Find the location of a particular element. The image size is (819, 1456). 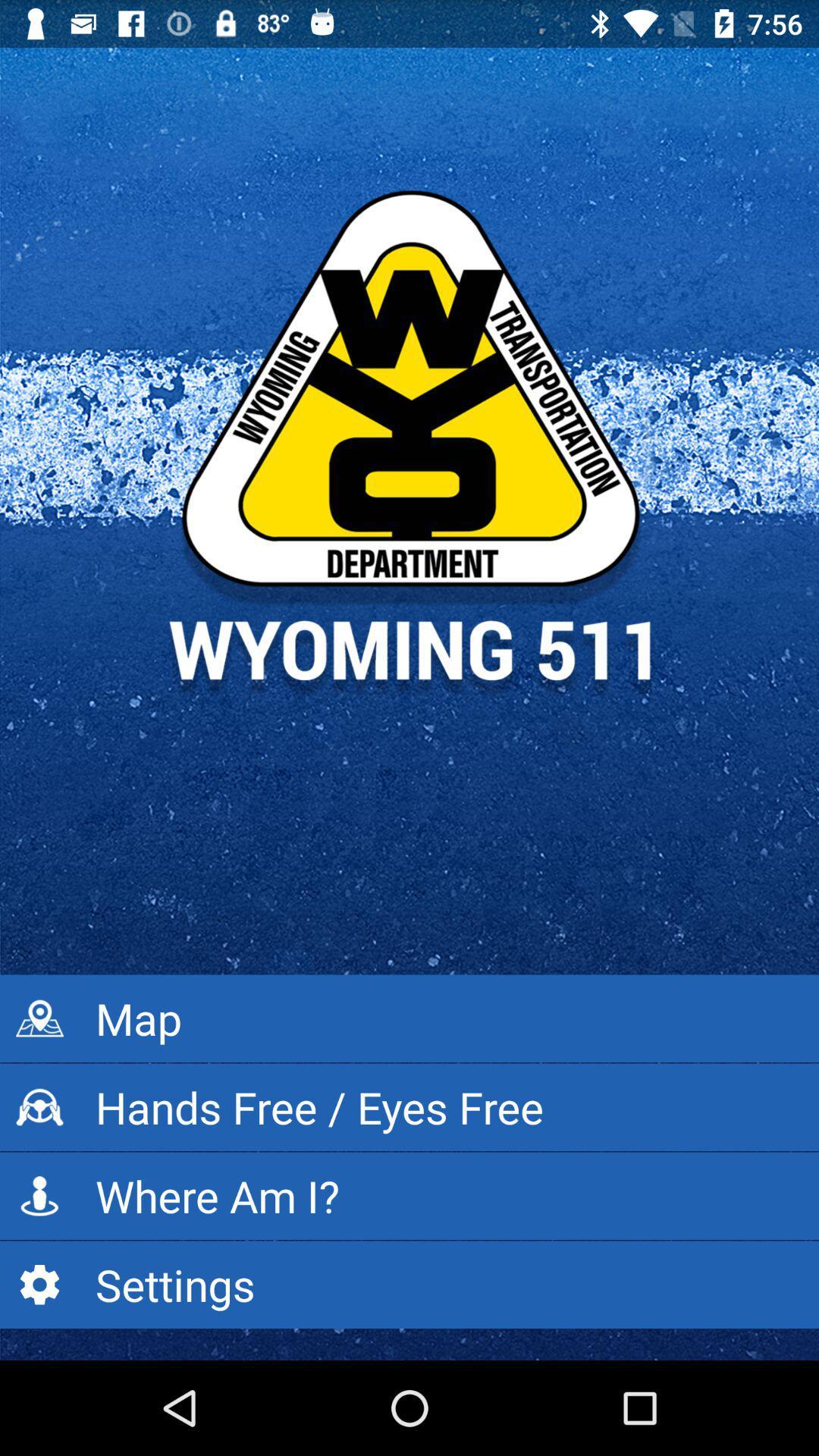

the map app is located at coordinates (409, 1018).